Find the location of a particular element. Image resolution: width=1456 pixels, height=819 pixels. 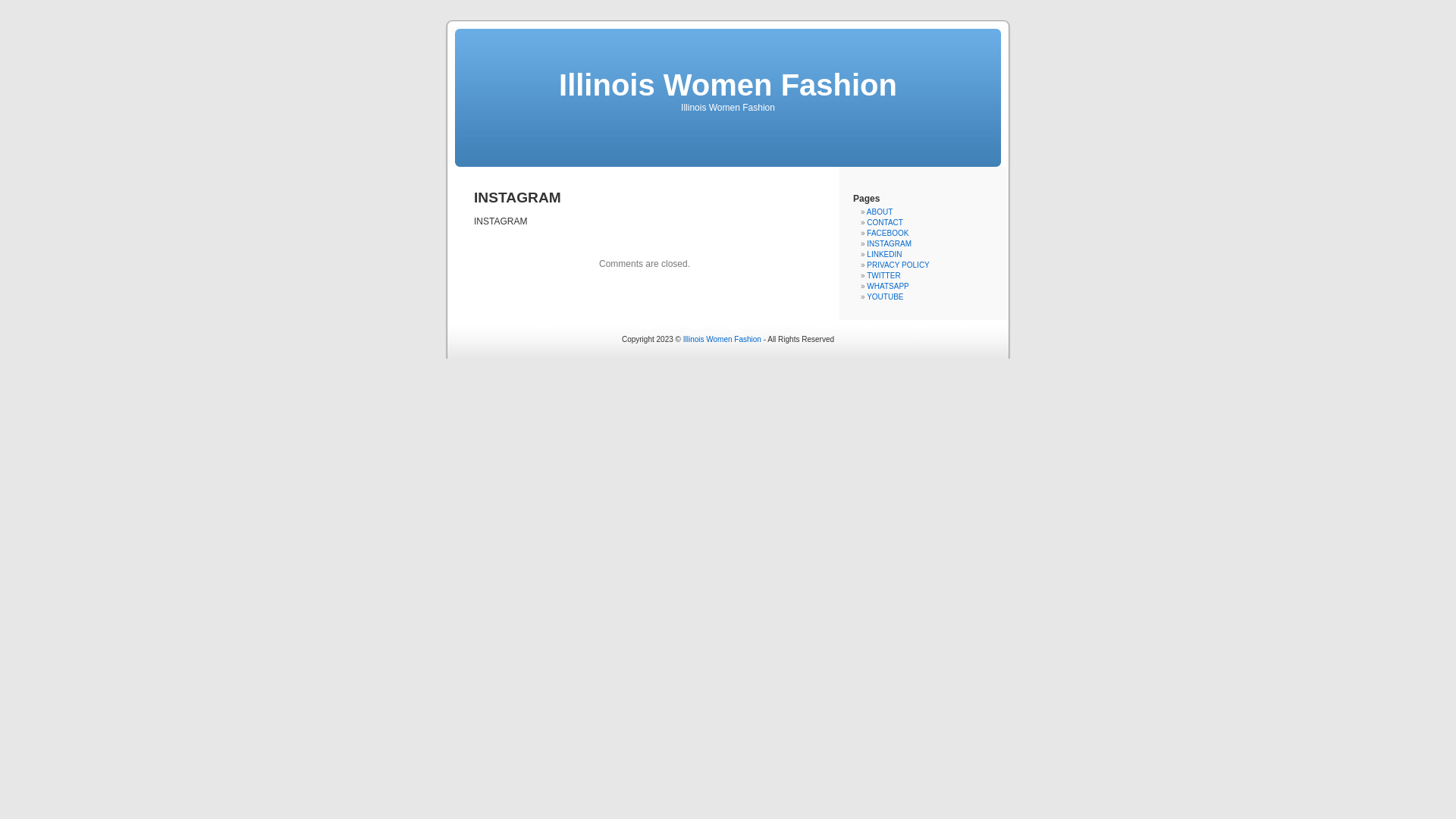

'LINKEDIN' is located at coordinates (884, 253).